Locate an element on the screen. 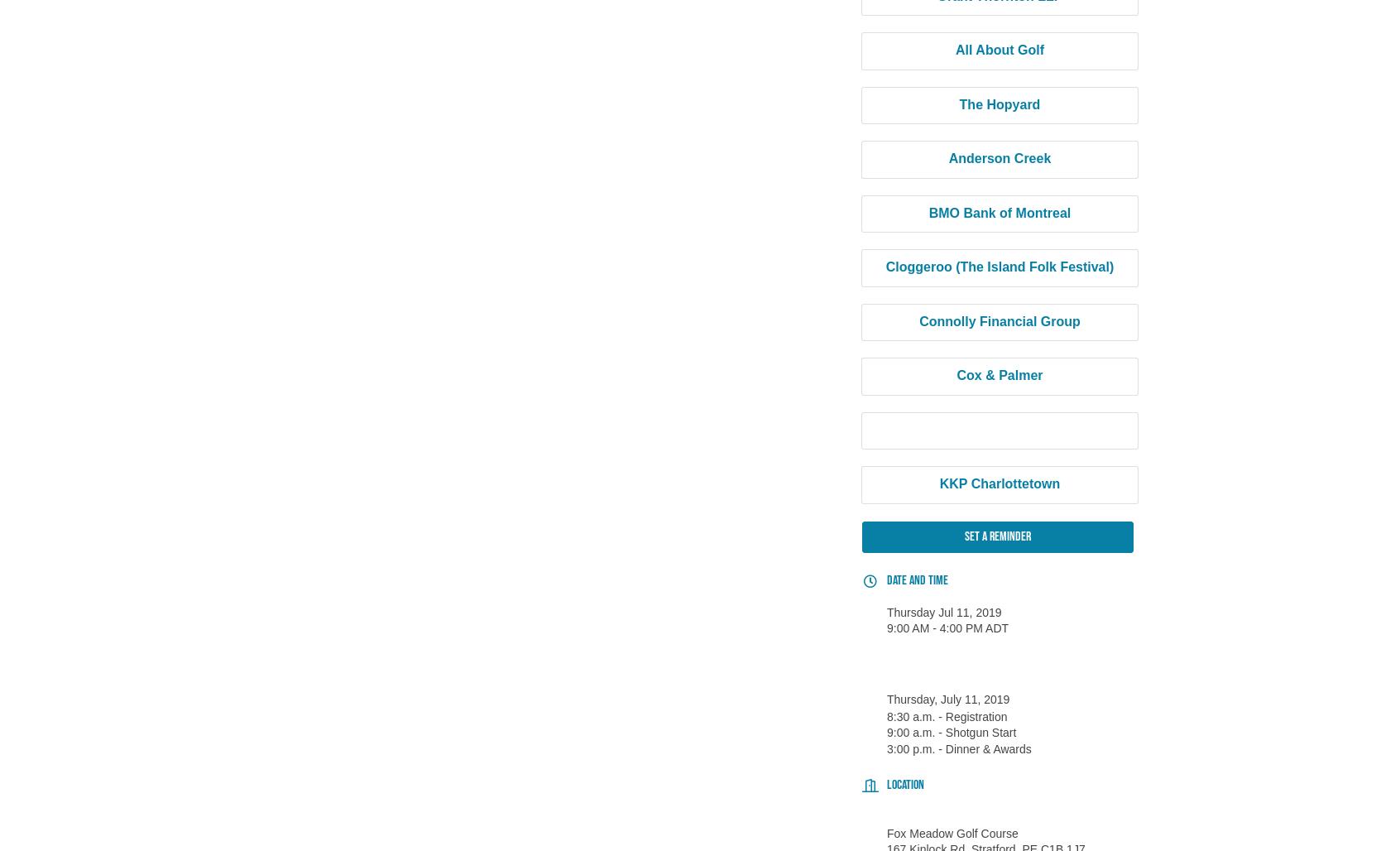 The height and width of the screenshot is (851, 1400). 'The Hopyard' is located at coordinates (999, 103).